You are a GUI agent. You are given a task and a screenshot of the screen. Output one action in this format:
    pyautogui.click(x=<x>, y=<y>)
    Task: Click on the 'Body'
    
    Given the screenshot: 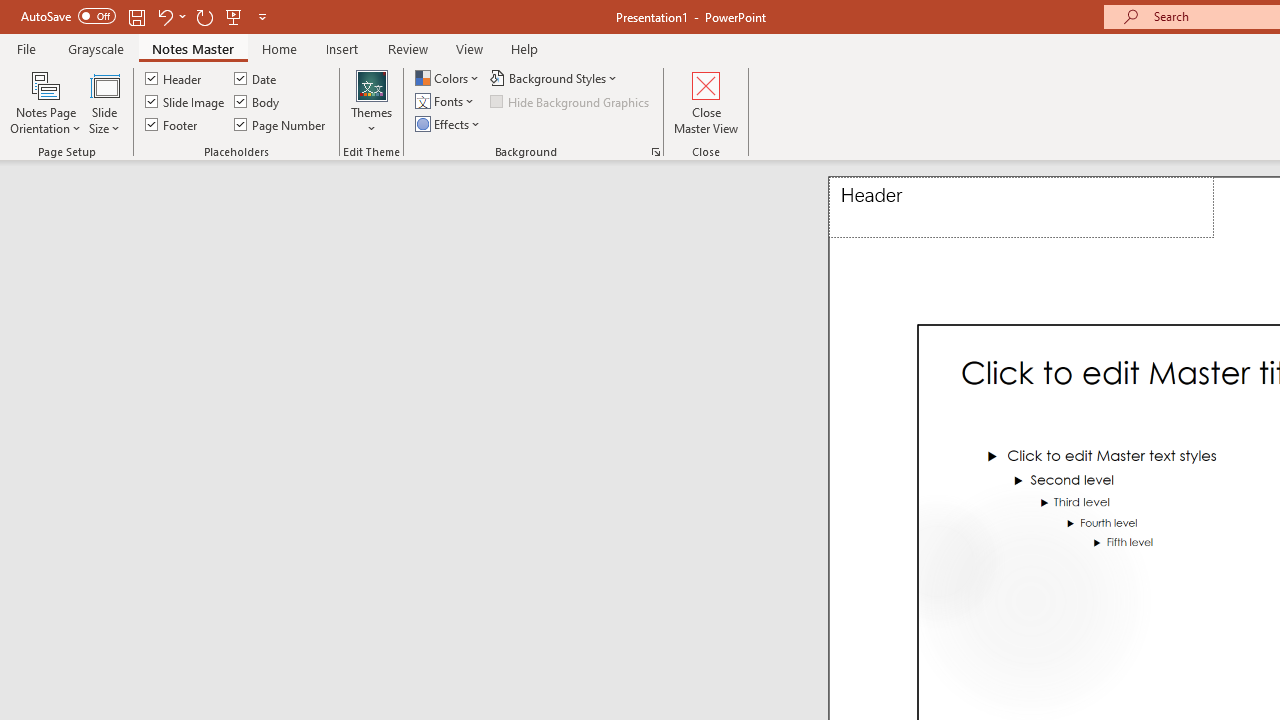 What is the action you would take?
    pyautogui.click(x=256, y=101)
    